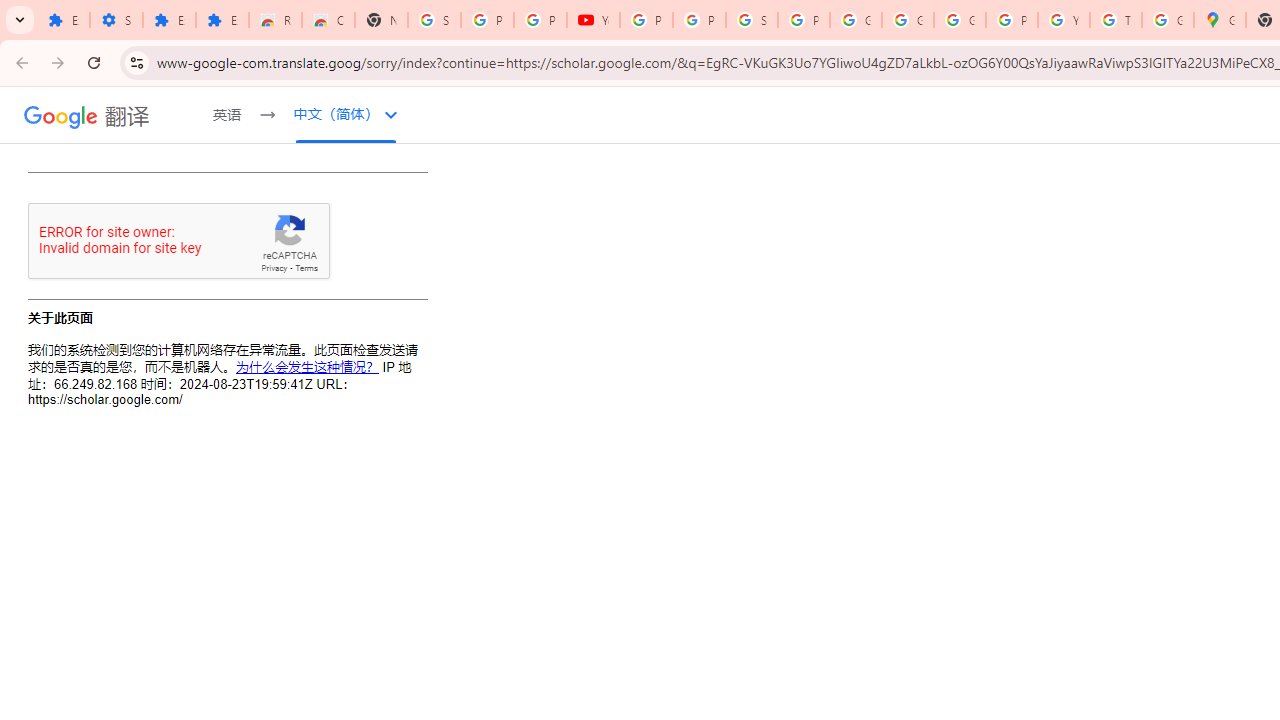 Image resolution: width=1280 pixels, height=720 pixels. What do you see at coordinates (592, 20) in the screenshot?
I see `'YouTube'` at bounding box center [592, 20].